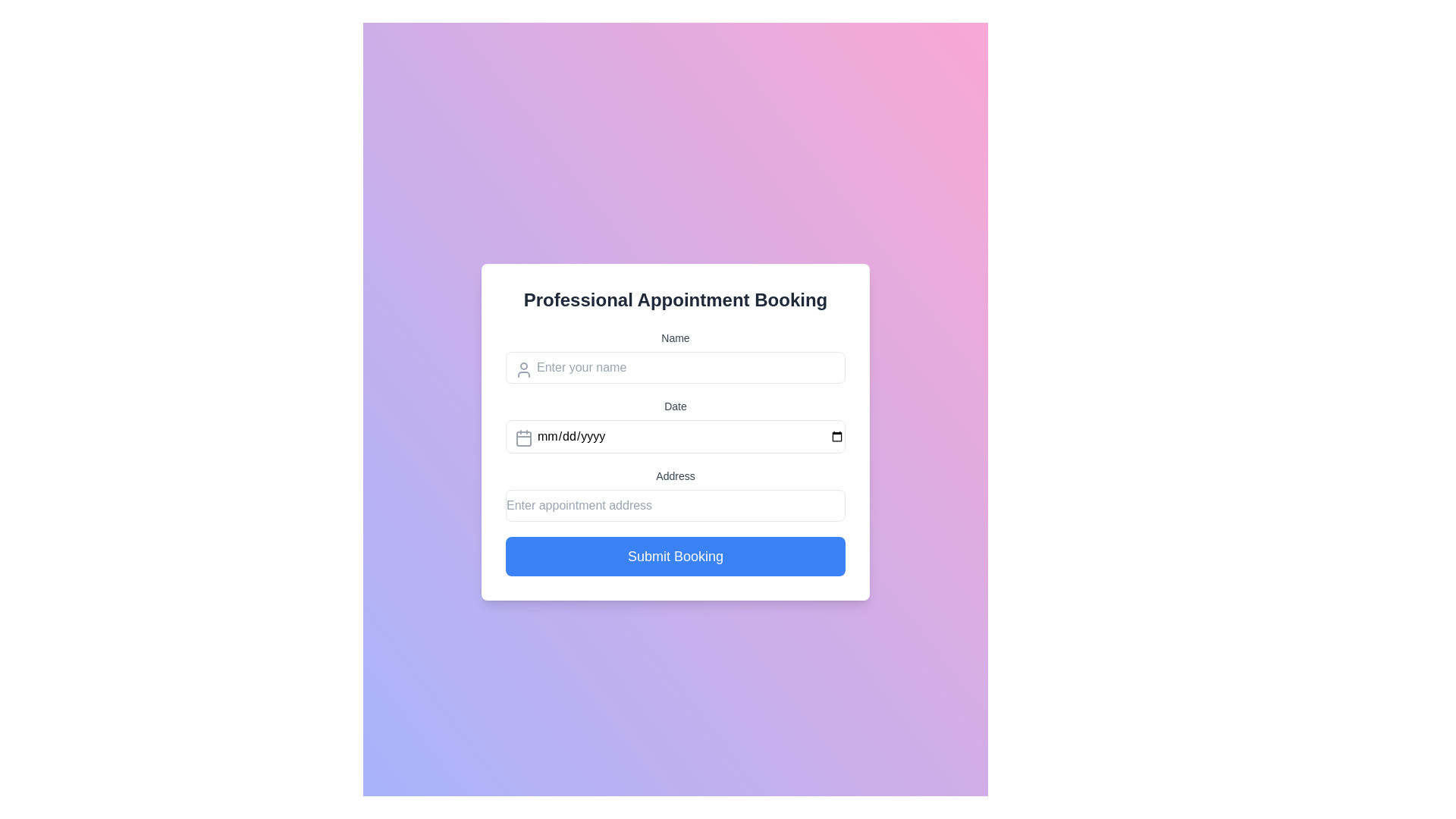 The image size is (1456, 819). I want to click on the 'Address' text input field in the 'Professional Appointment Booking' panel by tabbing to it, so click(675, 494).